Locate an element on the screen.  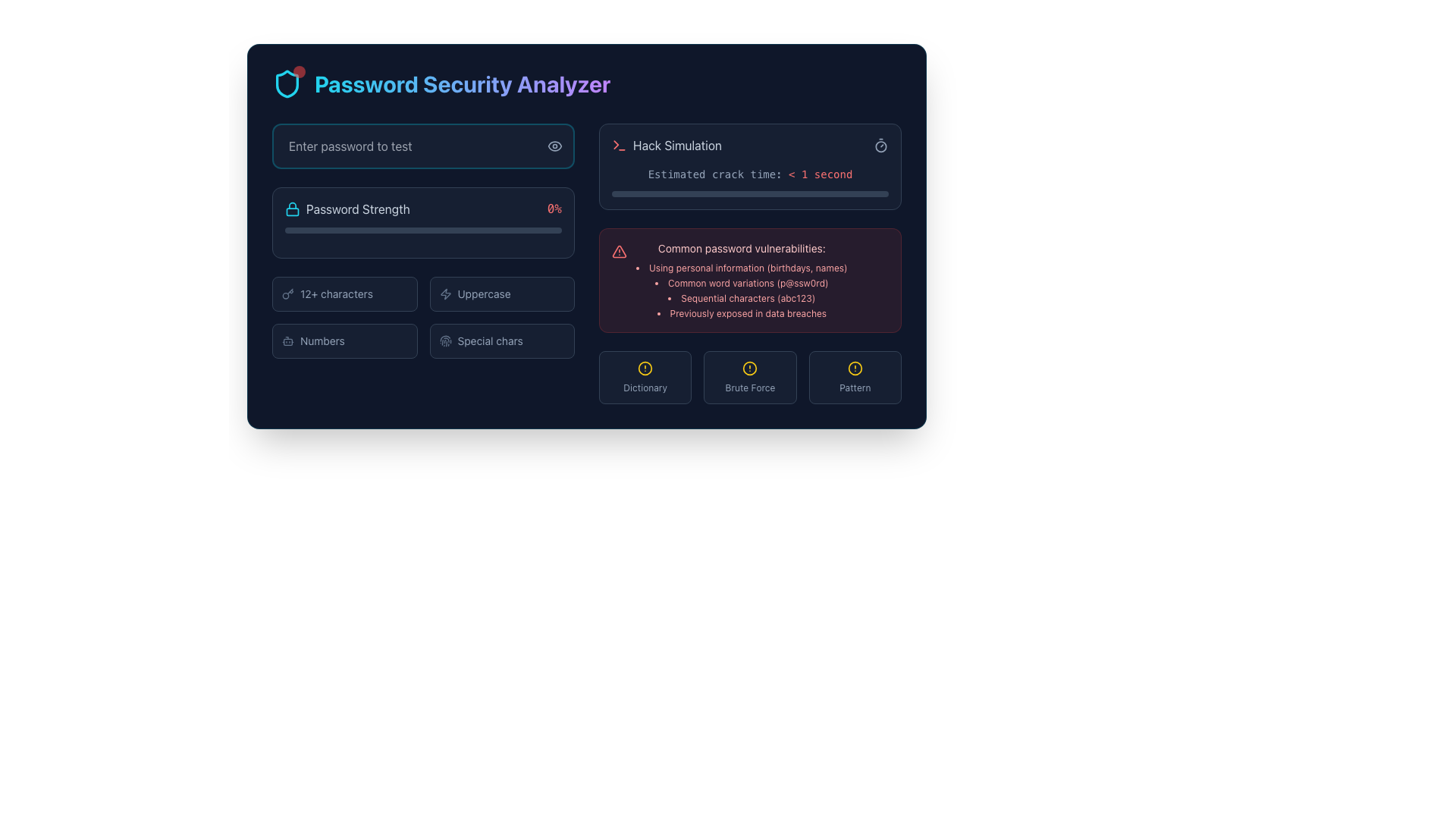
the progress bar change in the Password strength indicator located below the password input field, which visually indicates the strength of the password with a numeric value and graphical bar is located at coordinates (423, 262).